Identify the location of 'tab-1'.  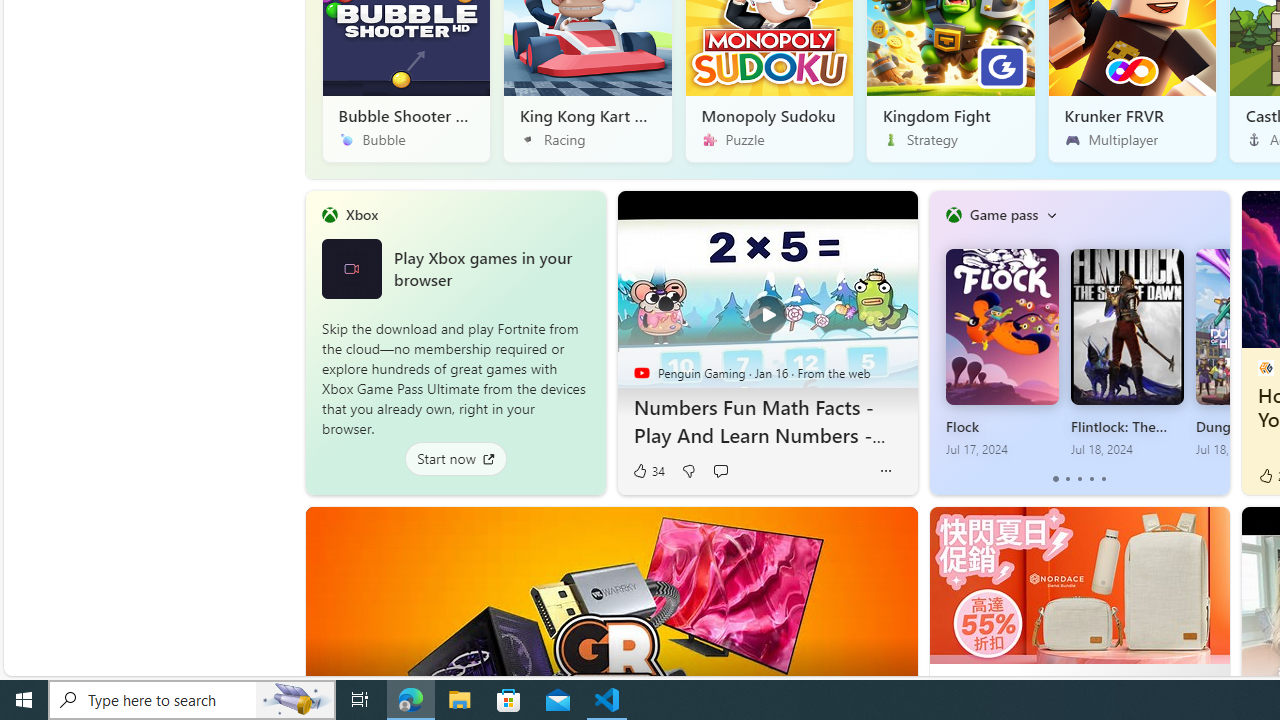
(1066, 479).